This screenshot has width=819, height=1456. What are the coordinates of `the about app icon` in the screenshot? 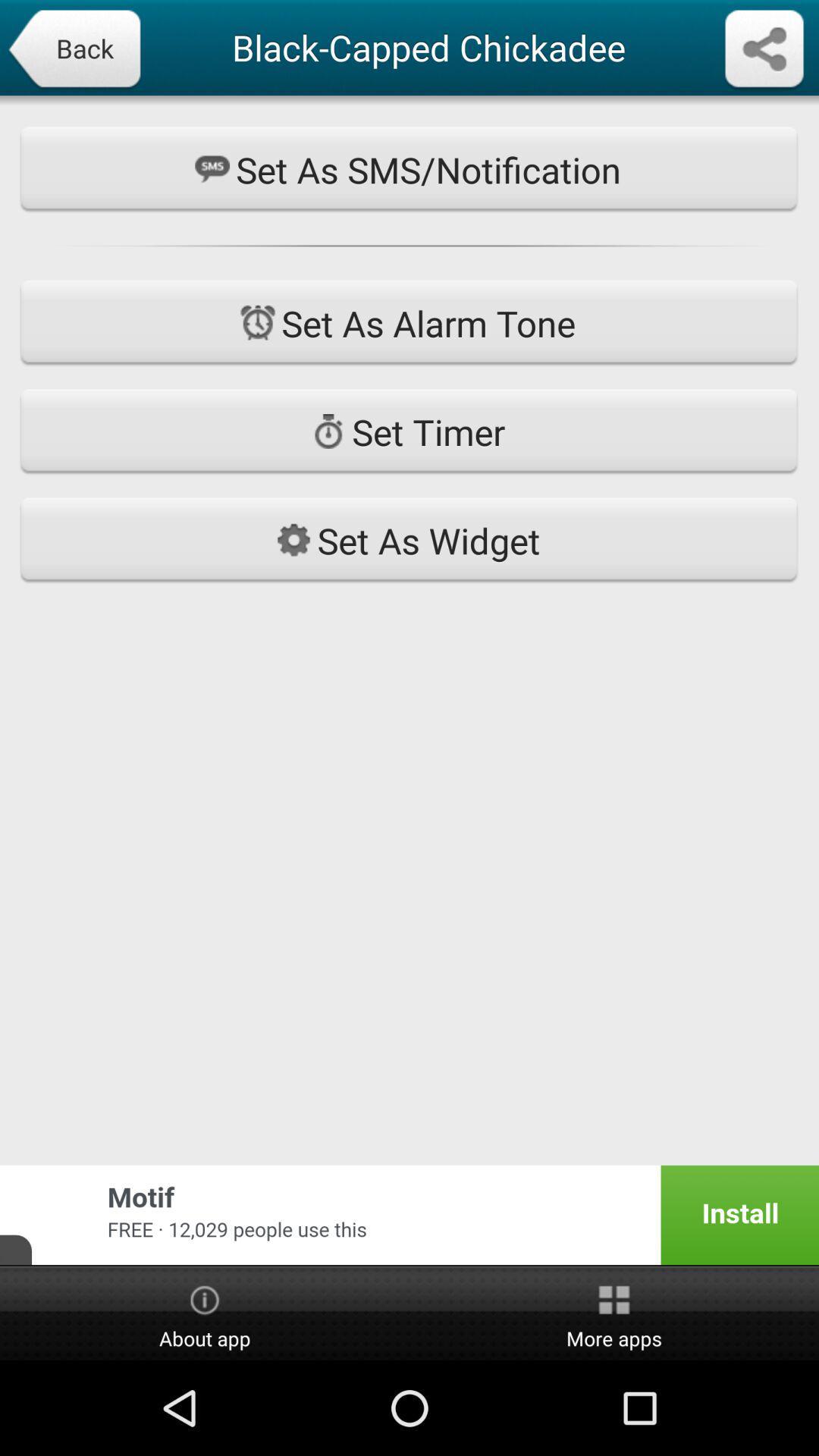 It's located at (205, 1313).